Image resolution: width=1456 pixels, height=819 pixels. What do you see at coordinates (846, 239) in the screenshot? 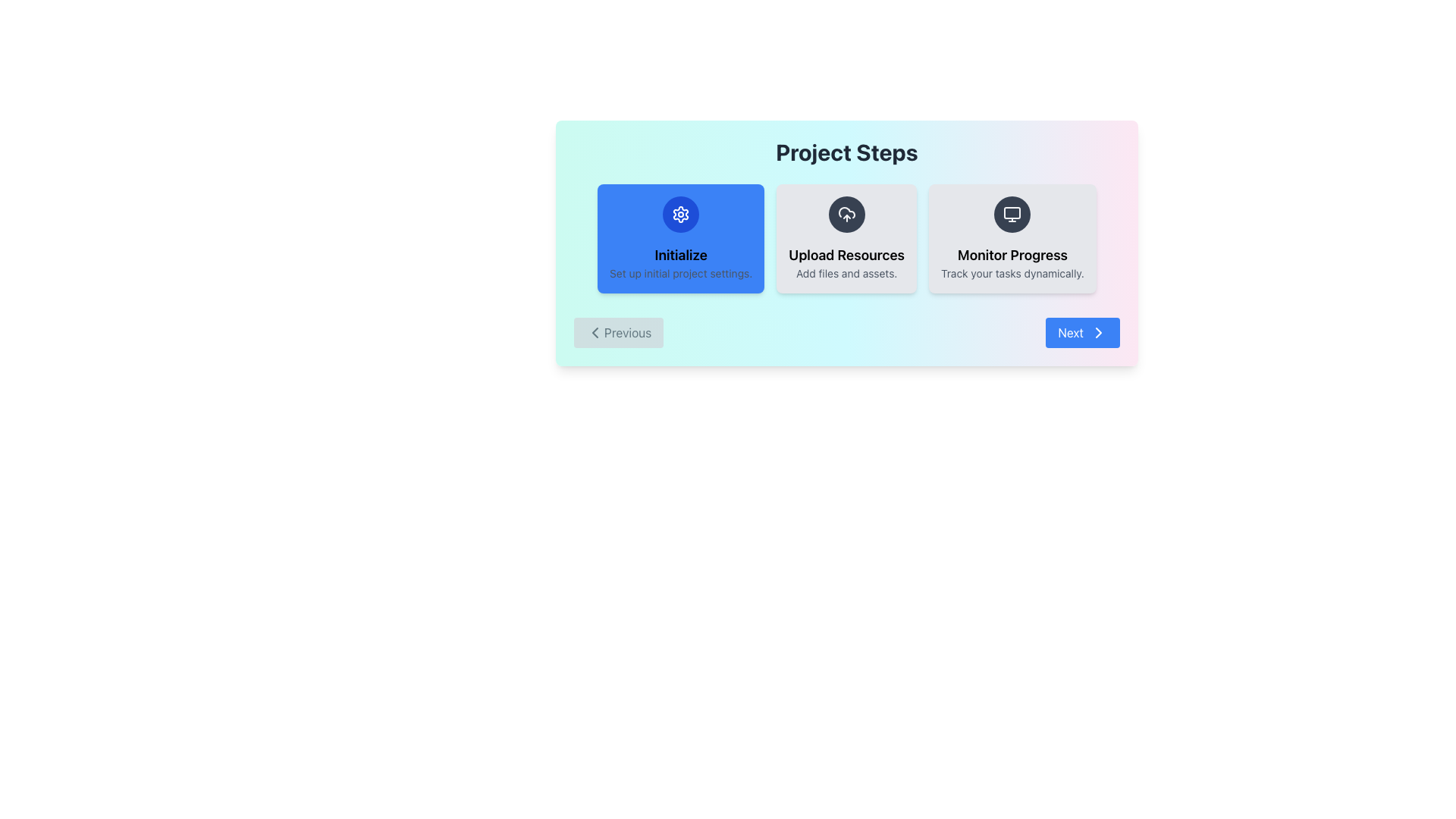
I see `the card representing the second step in the guided process` at bounding box center [846, 239].